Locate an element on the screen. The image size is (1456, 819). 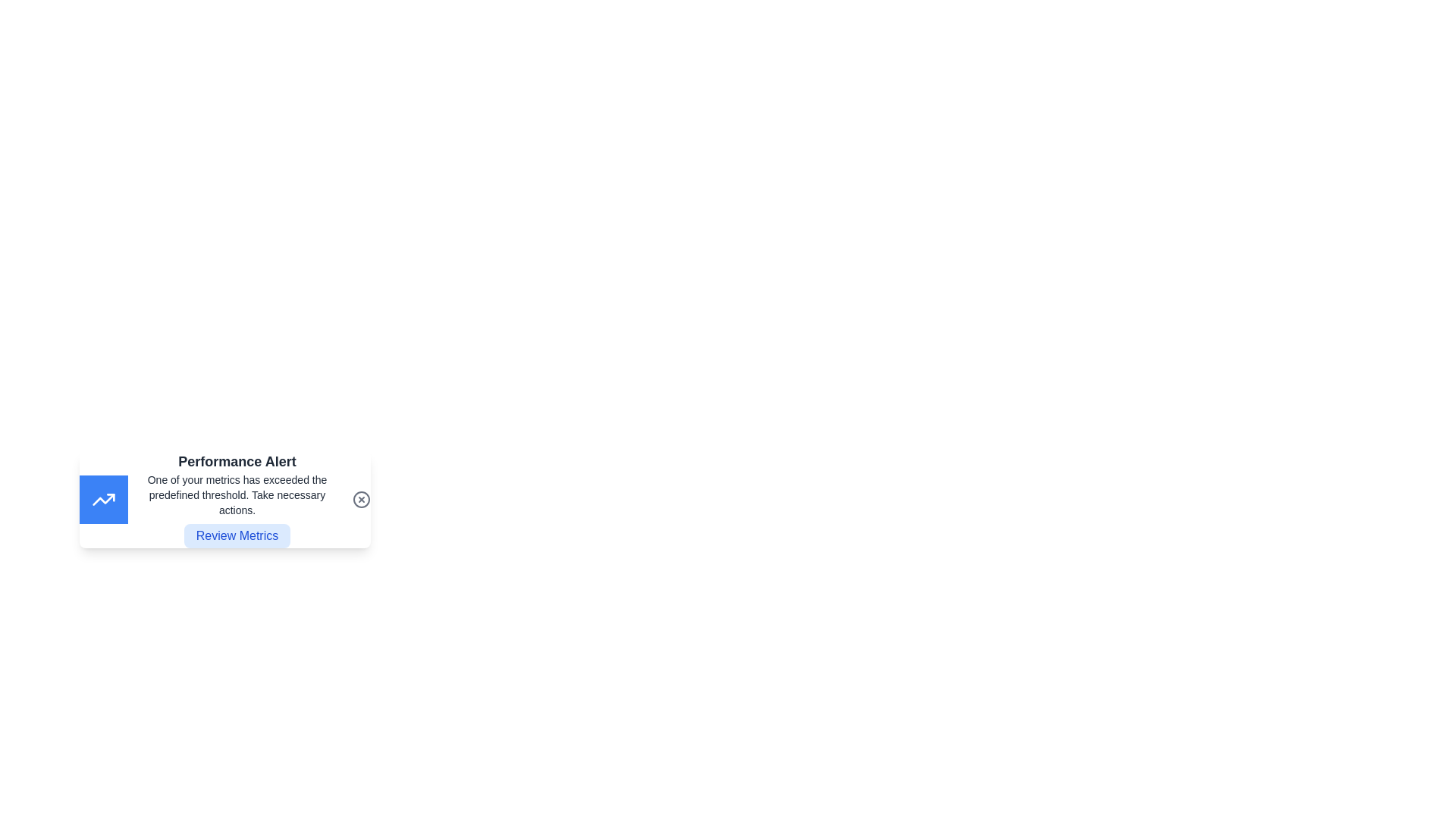
the close button to dismiss the alert is located at coordinates (360, 500).